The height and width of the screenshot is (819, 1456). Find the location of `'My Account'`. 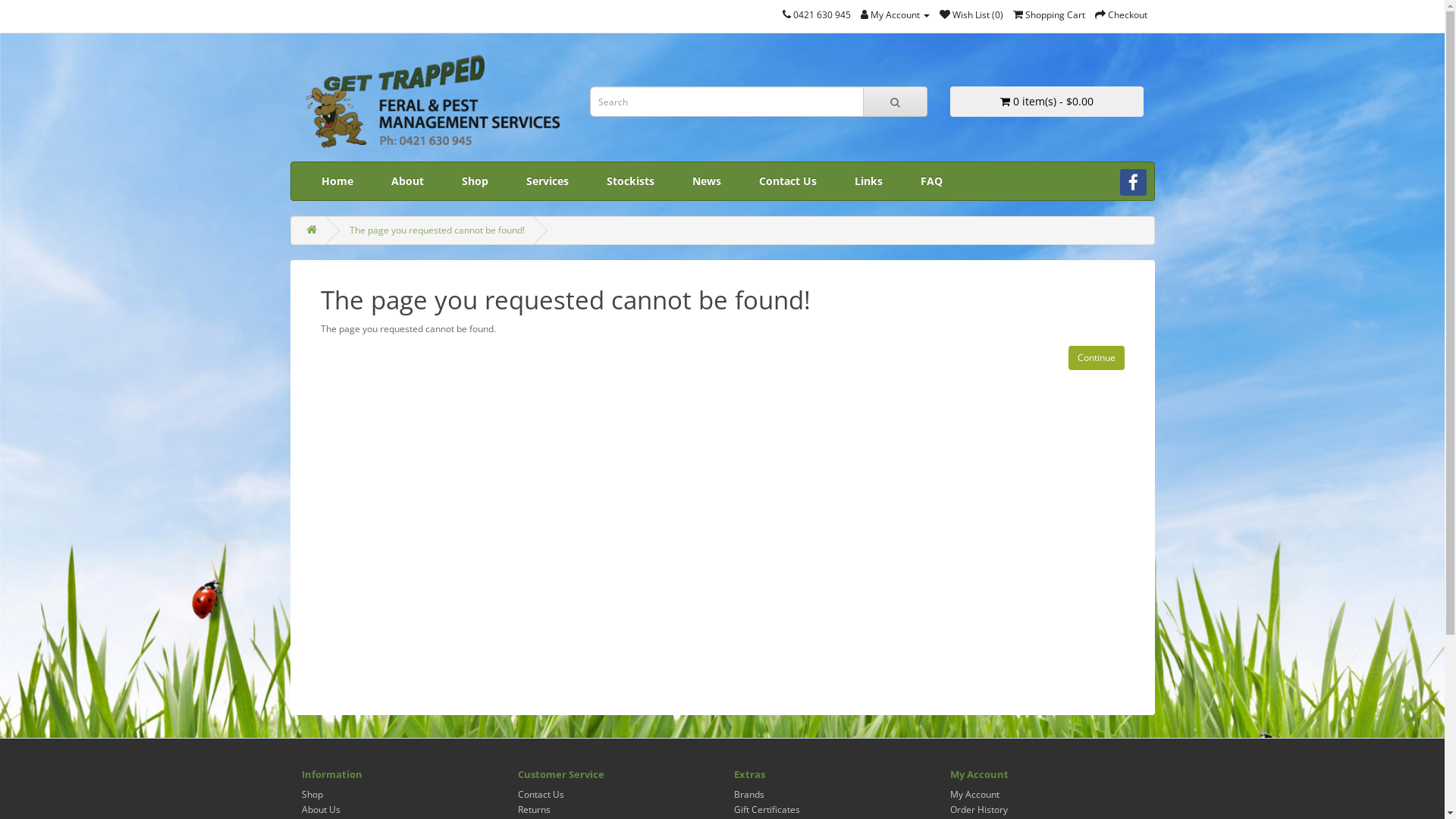

'My Account' is located at coordinates (894, 14).